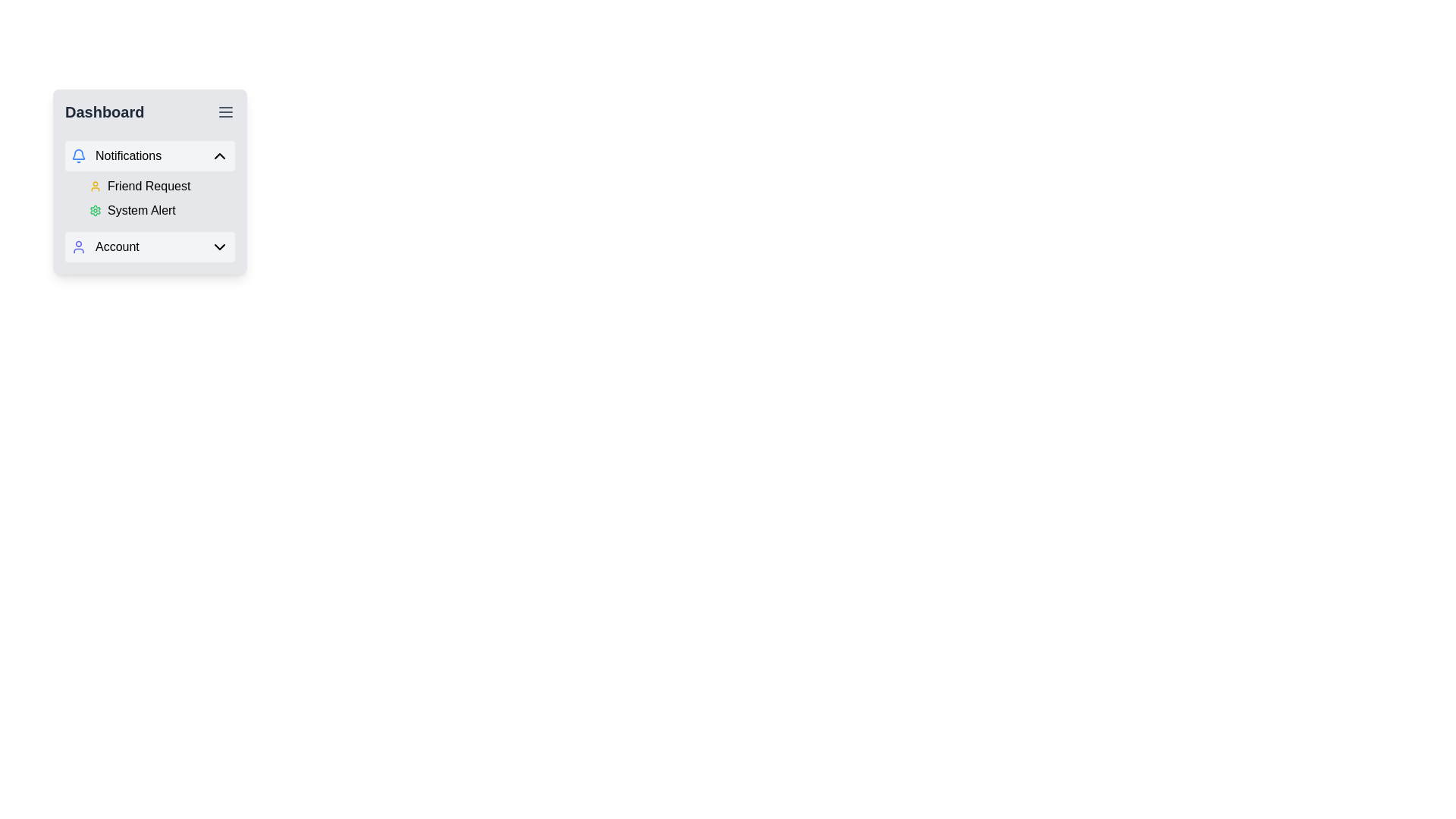  What do you see at coordinates (162, 210) in the screenshot?
I see `the 'System Alert' label with a gear icon in the sidebar menu` at bounding box center [162, 210].